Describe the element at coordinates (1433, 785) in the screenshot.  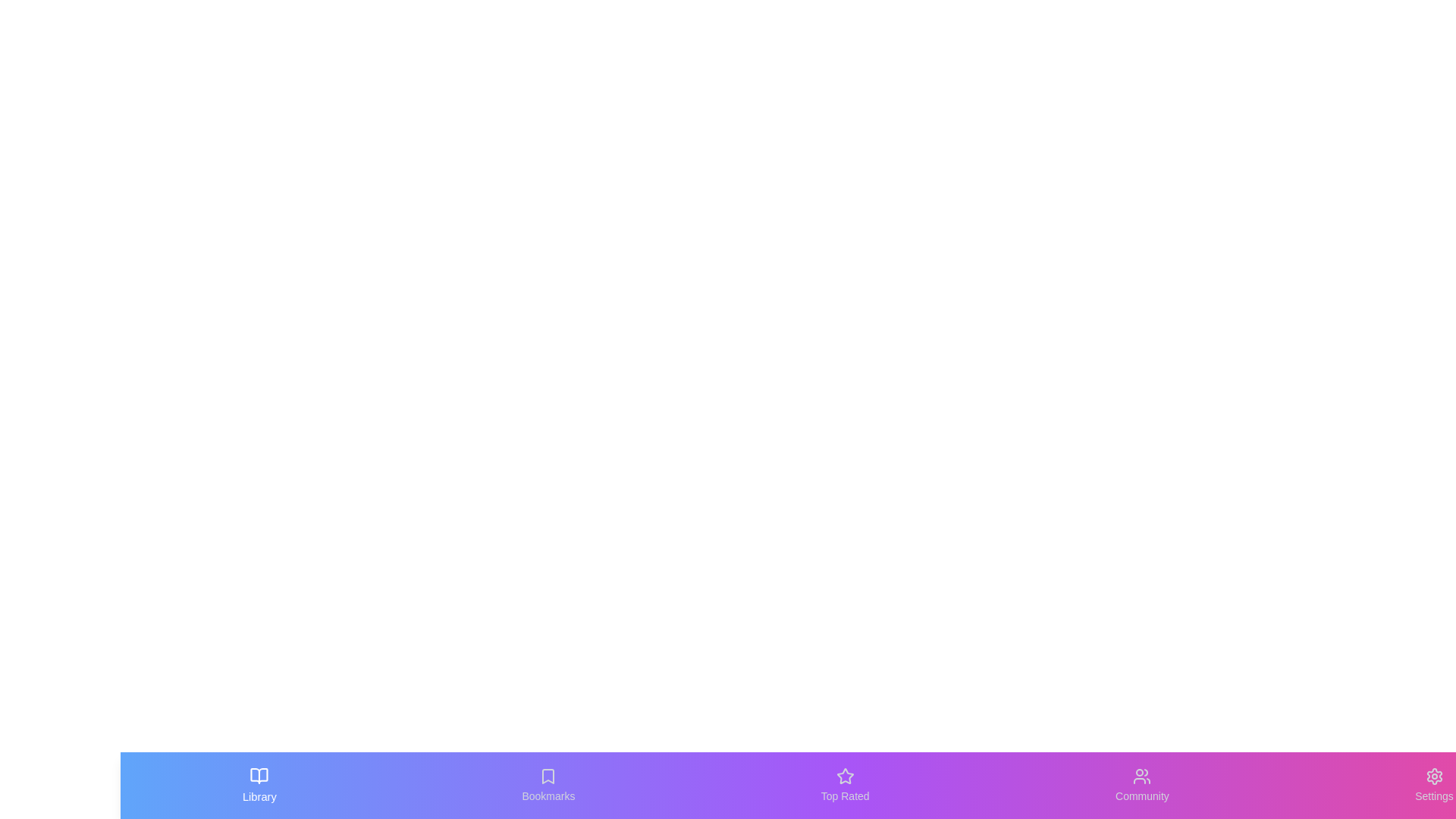
I see `the Settings tab by clicking its button` at that location.